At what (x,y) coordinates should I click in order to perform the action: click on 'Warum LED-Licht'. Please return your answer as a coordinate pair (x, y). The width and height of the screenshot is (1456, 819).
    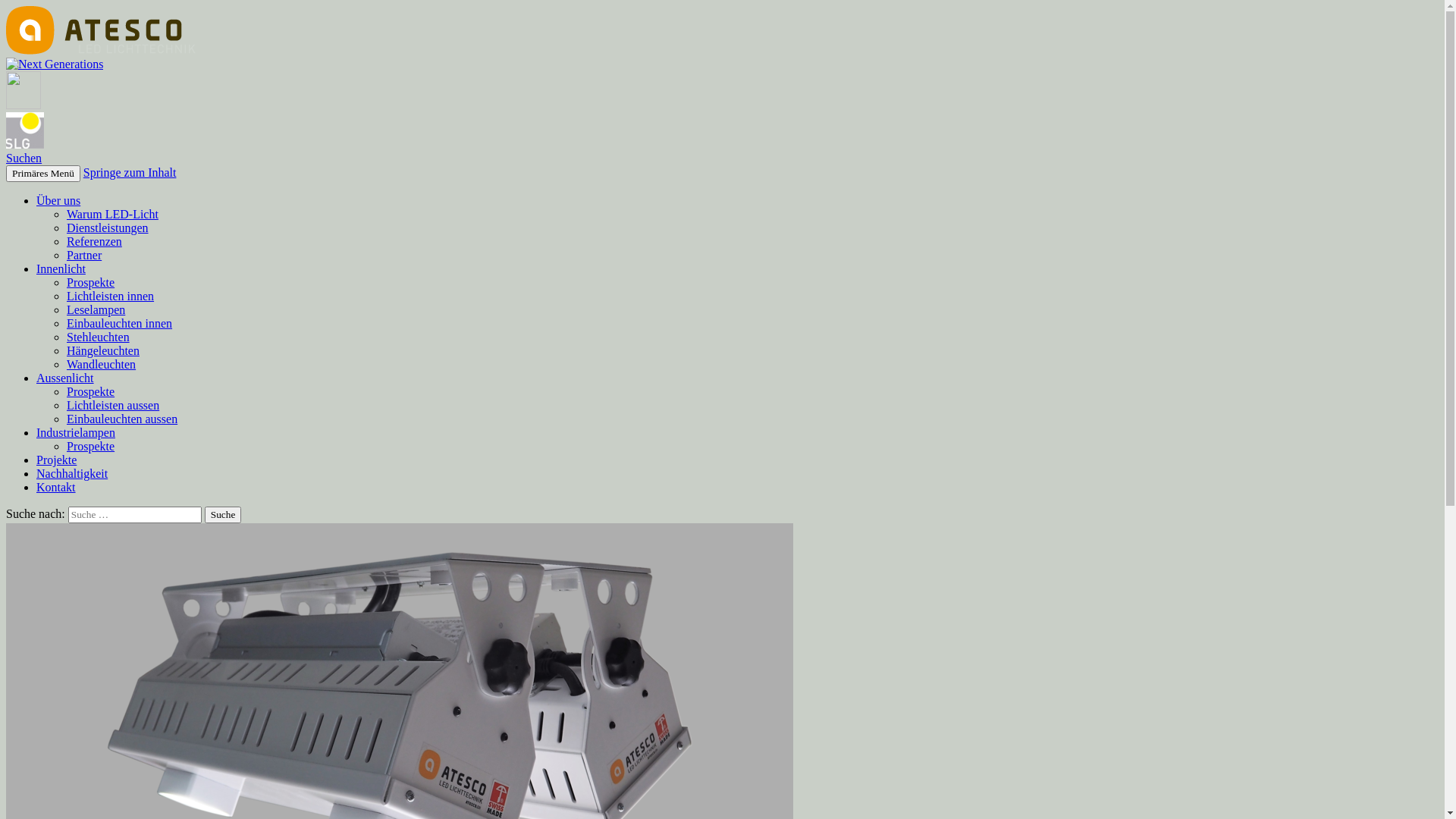
    Looking at the image, I should click on (111, 214).